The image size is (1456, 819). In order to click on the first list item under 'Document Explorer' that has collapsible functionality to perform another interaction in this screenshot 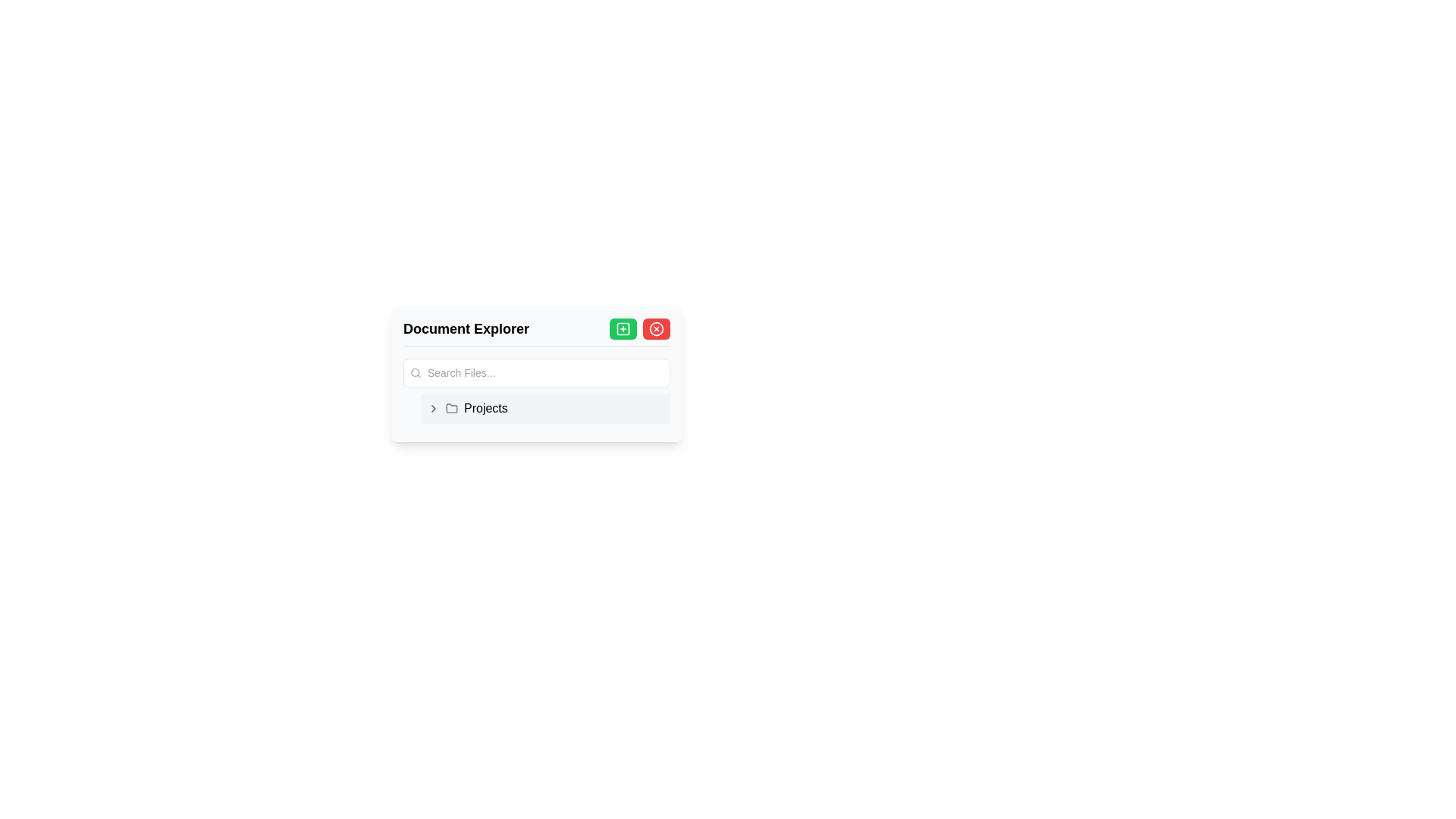, I will do `click(546, 408)`.